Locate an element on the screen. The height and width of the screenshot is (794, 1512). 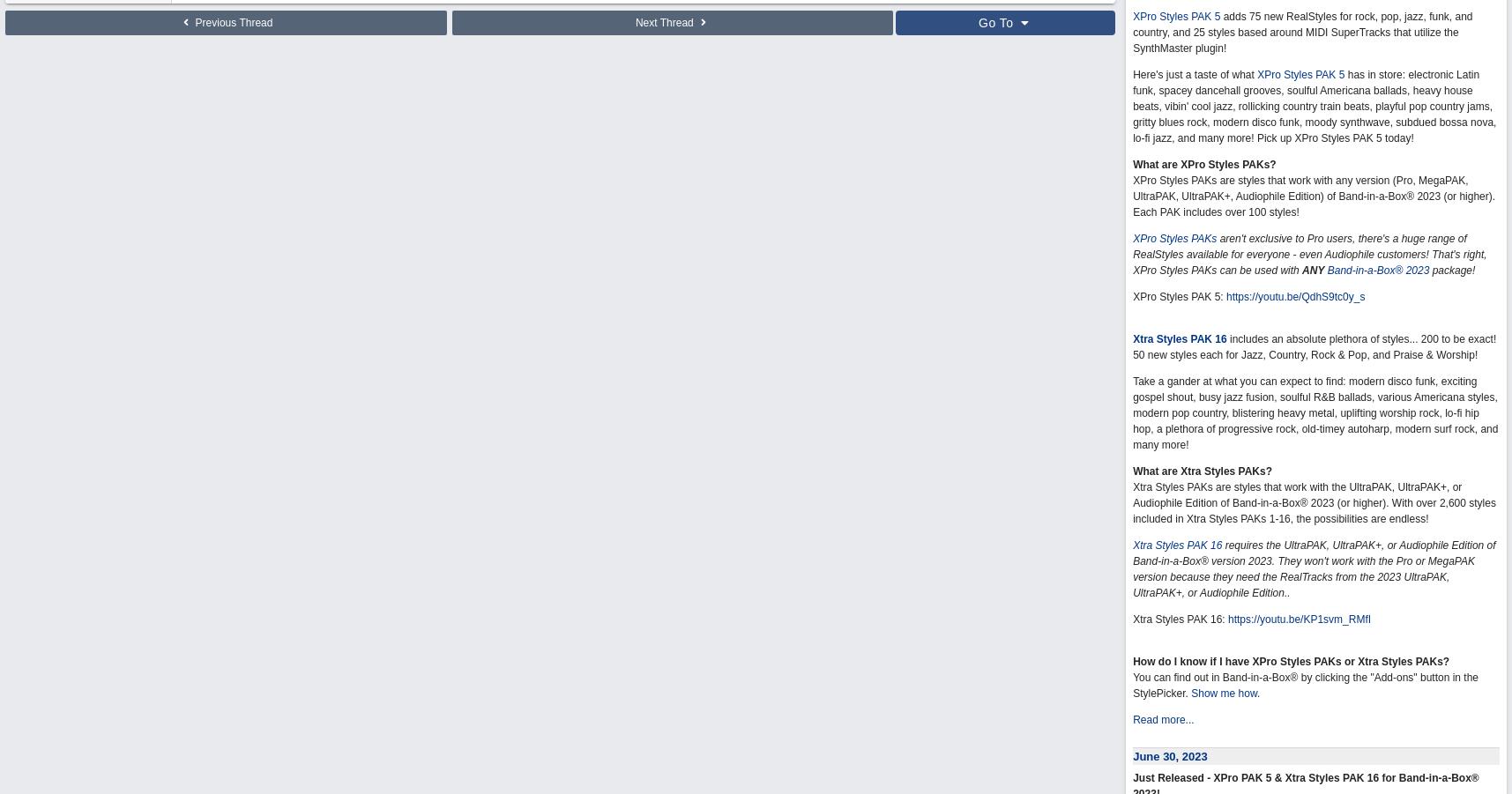
'Previous Thread' is located at coordinates (231, 22).